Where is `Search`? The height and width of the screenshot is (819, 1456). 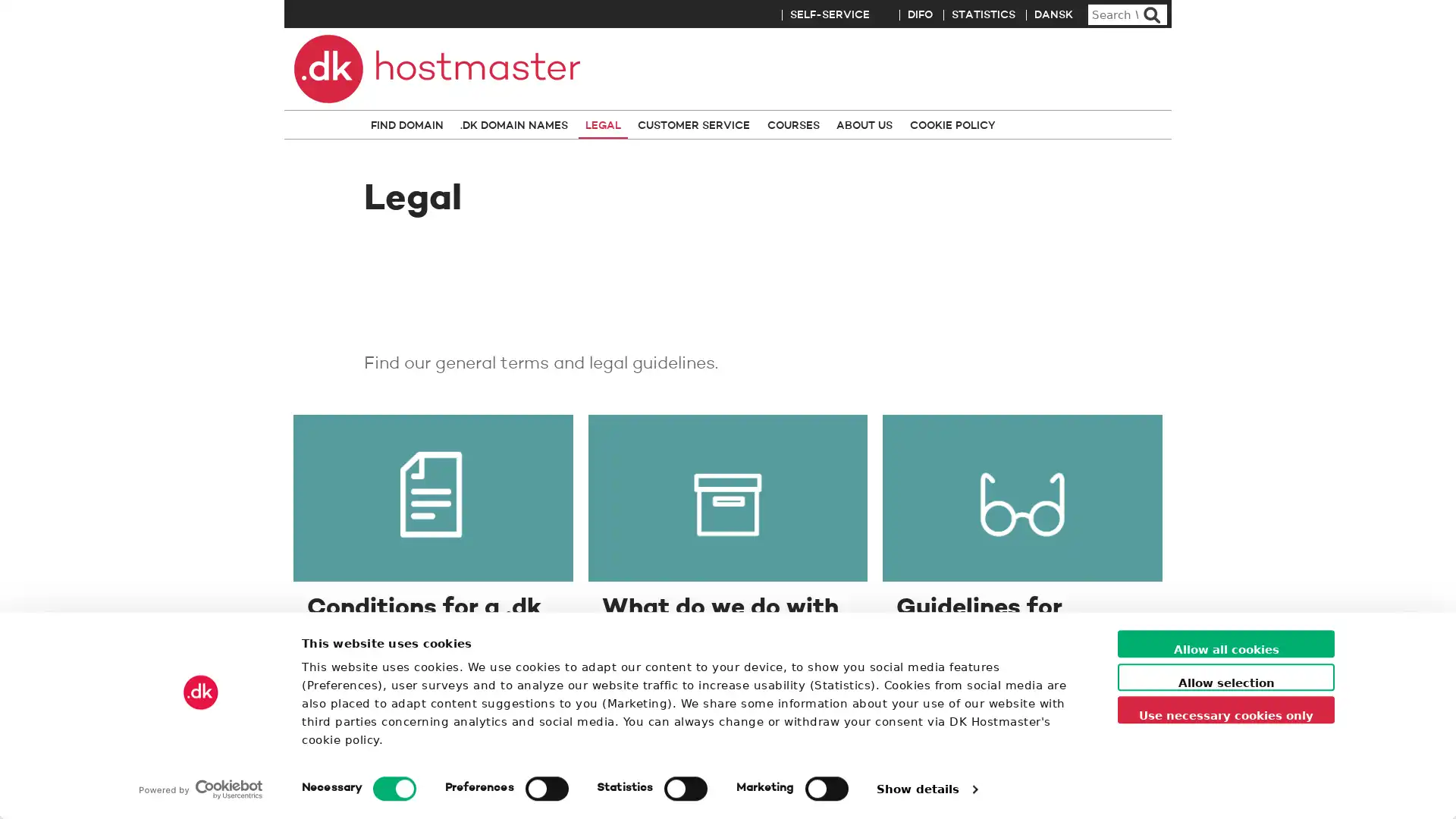 Search is located at coordinates (1153, 14).